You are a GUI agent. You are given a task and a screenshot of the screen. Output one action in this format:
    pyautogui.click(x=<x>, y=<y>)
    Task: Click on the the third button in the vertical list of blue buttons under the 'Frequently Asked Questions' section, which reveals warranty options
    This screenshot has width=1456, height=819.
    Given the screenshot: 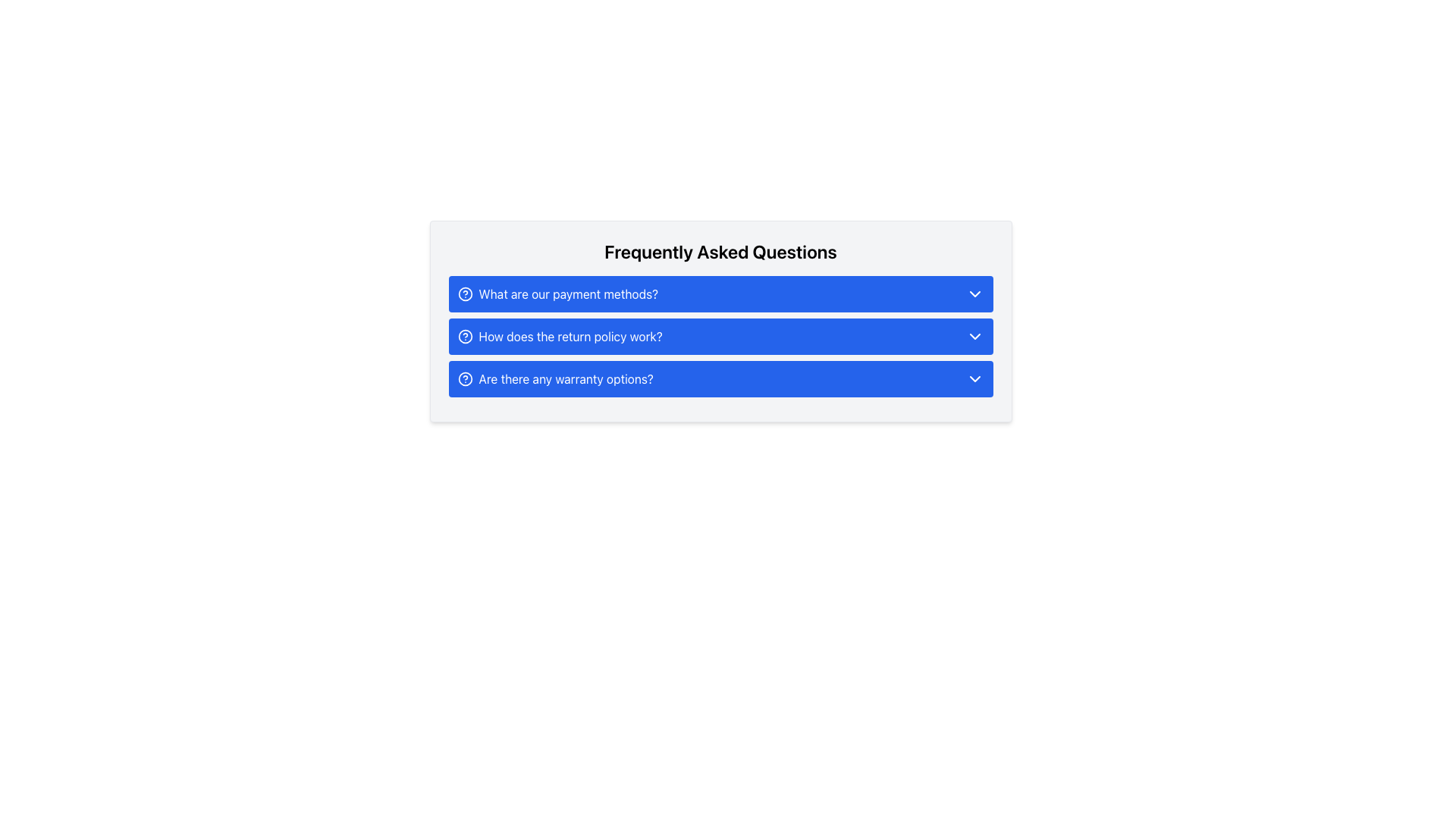 What is the action you would take?
    pyautogui.click(x=554, y=378)
    